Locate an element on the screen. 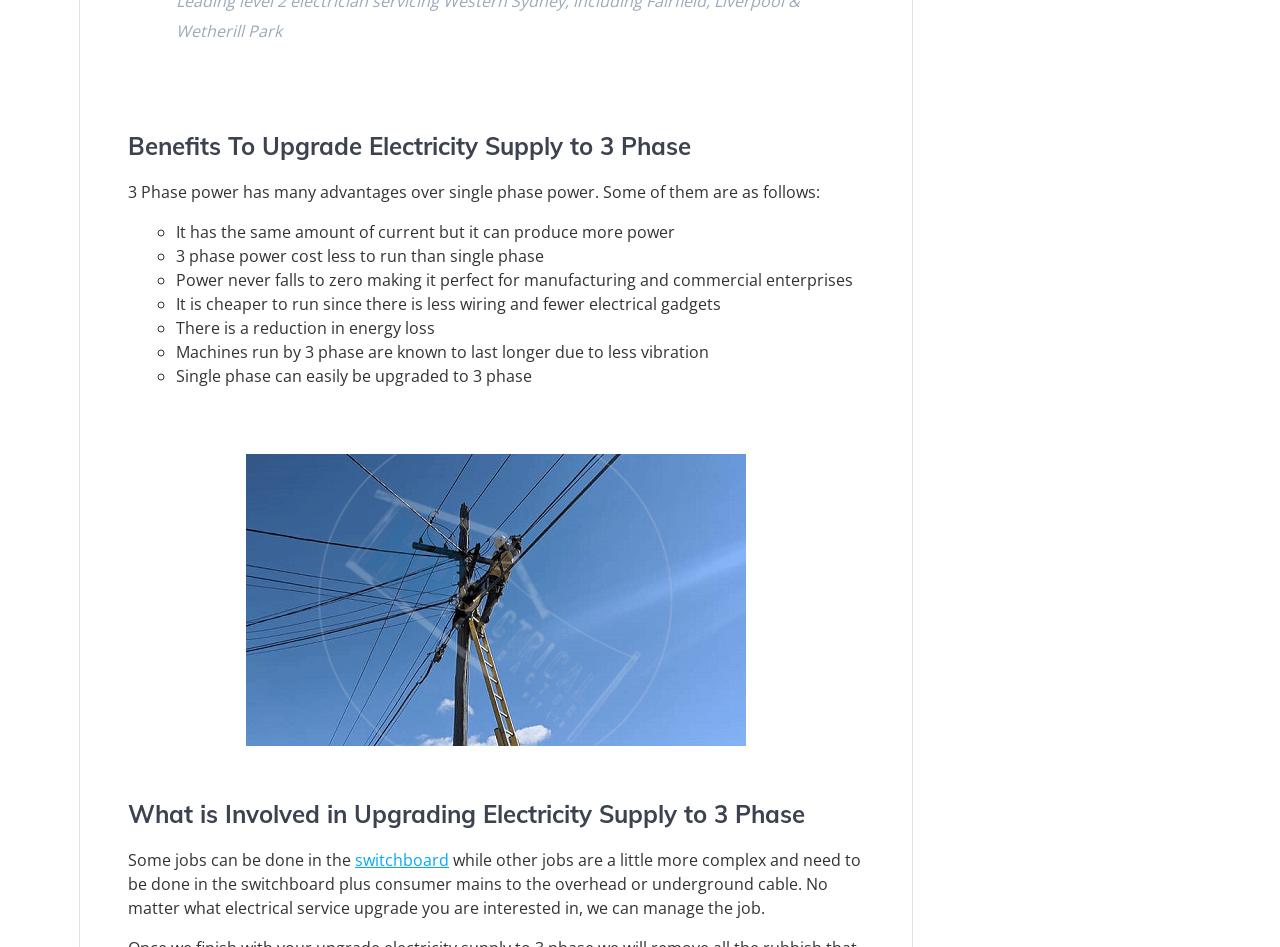 Image resolution: width=1280 pixels, height=947 pixels. '3 Phase power has many advantages over single phase power. Some of them are as follows:' is located at coordinates (472, 191).